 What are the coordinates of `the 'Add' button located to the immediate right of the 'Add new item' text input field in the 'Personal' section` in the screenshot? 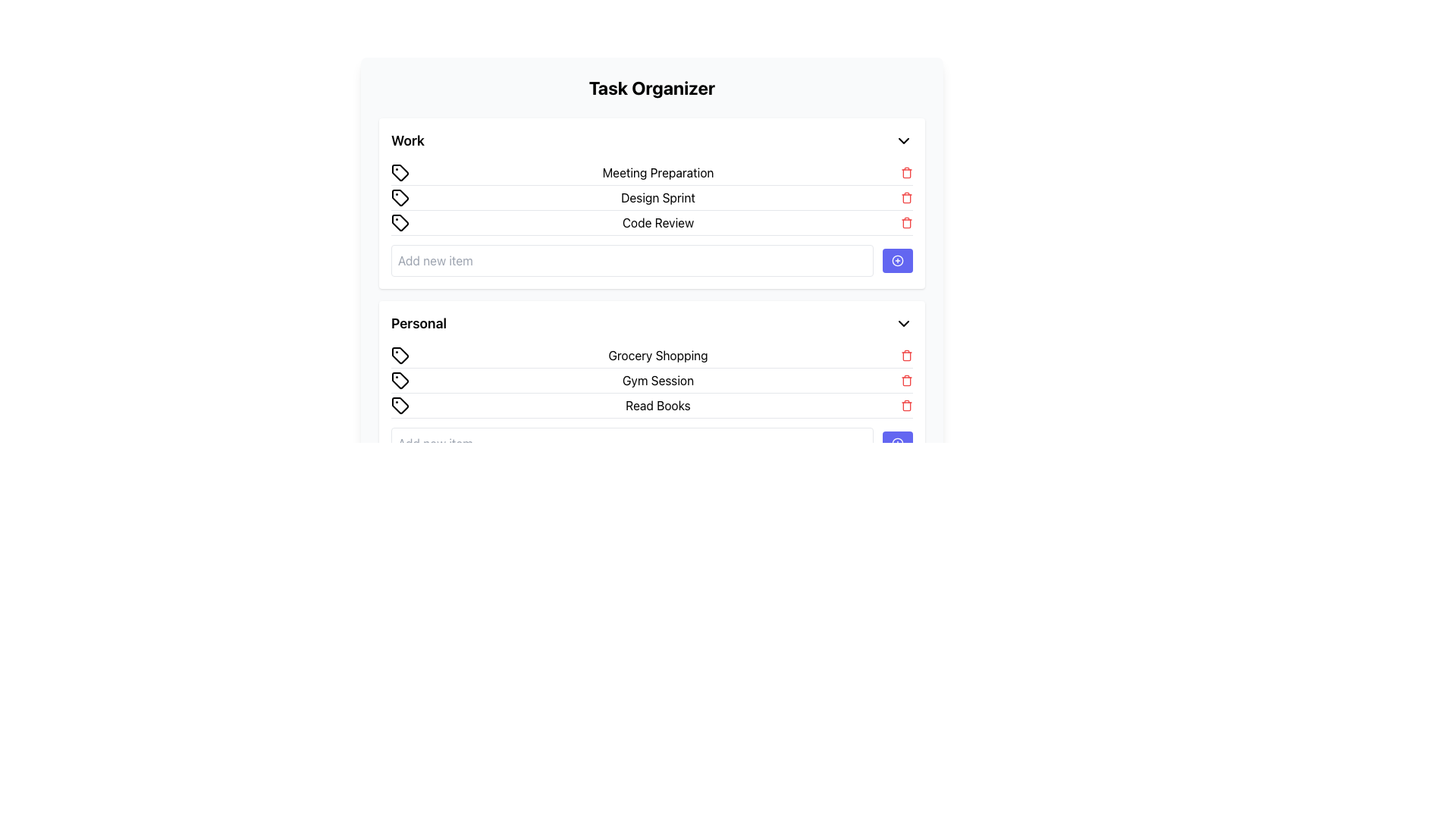 It's located at (898, 444).